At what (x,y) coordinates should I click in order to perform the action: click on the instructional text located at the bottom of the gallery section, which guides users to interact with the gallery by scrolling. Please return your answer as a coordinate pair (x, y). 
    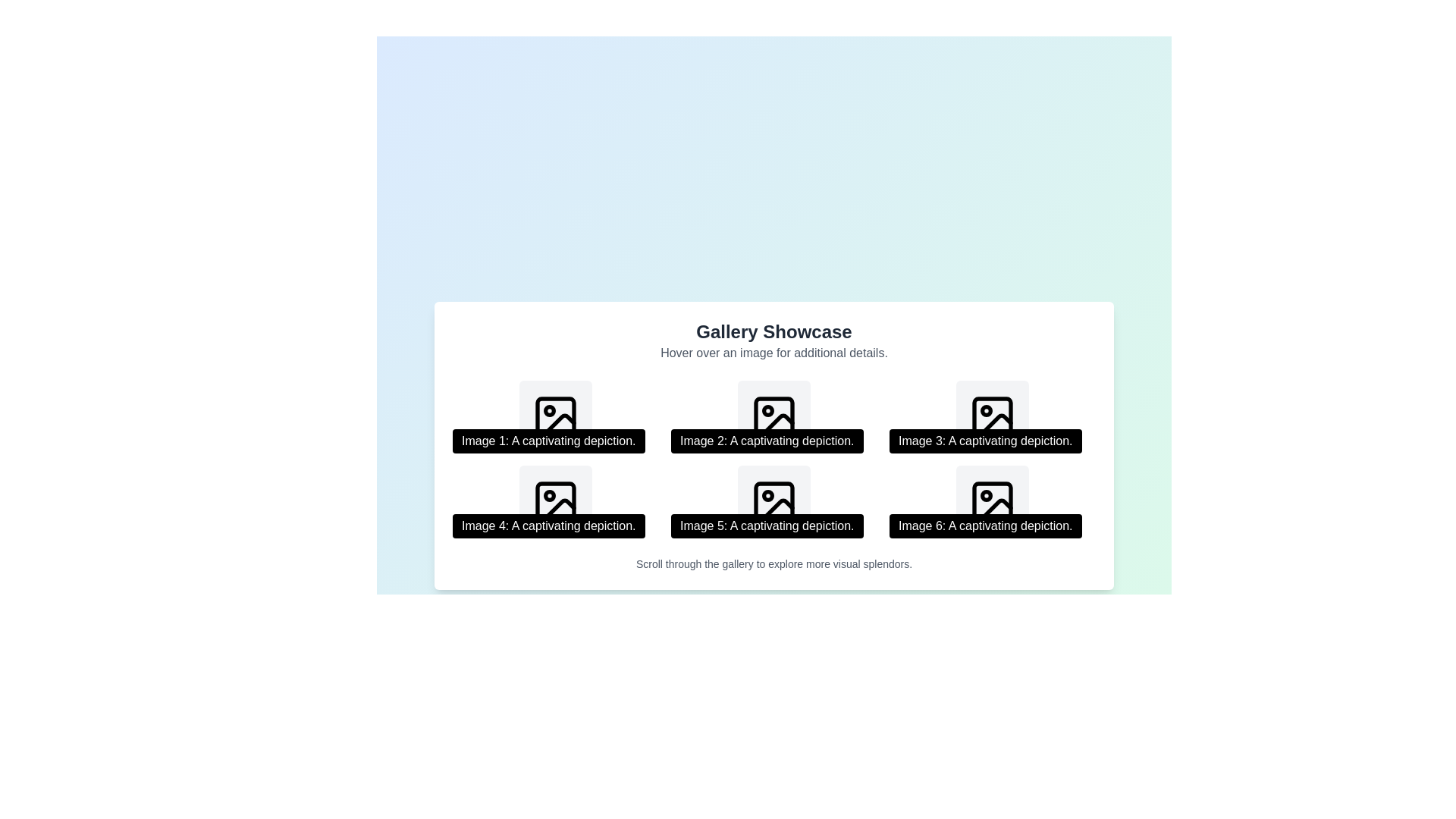
    Looking at the image, I should click on (774, 564).